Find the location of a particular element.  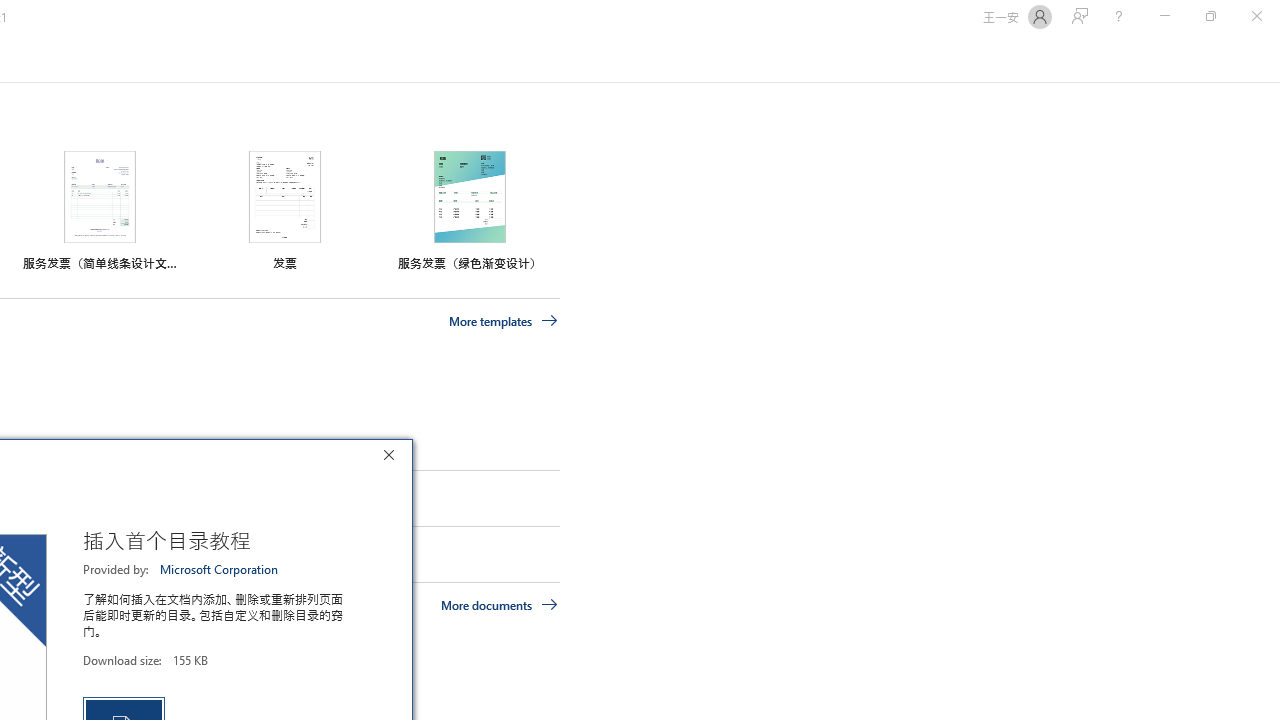

'More documents' is located at coordinates (499, 603).